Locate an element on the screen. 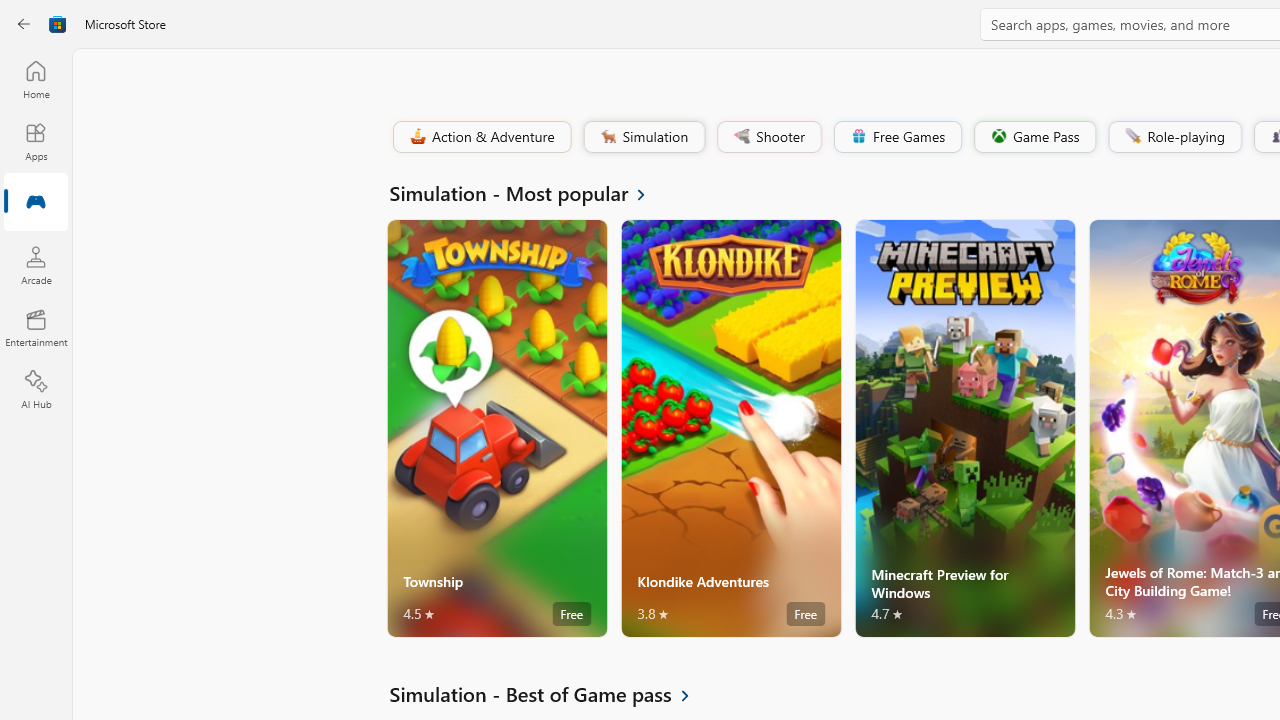 The image size is (1280, 720). 'Simulation' is located at coordinates (643, 135).